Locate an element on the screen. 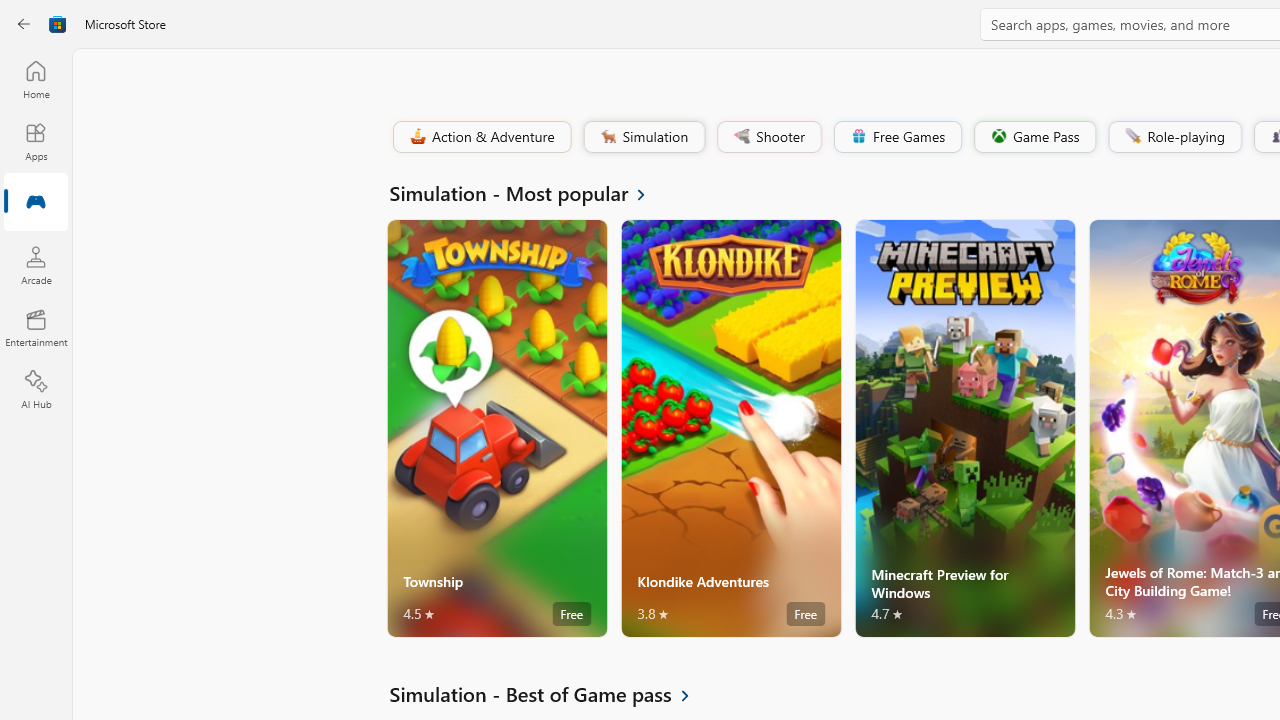 The image size is (1280, 720). 'Simulation' is located at coordinates (643, 135).